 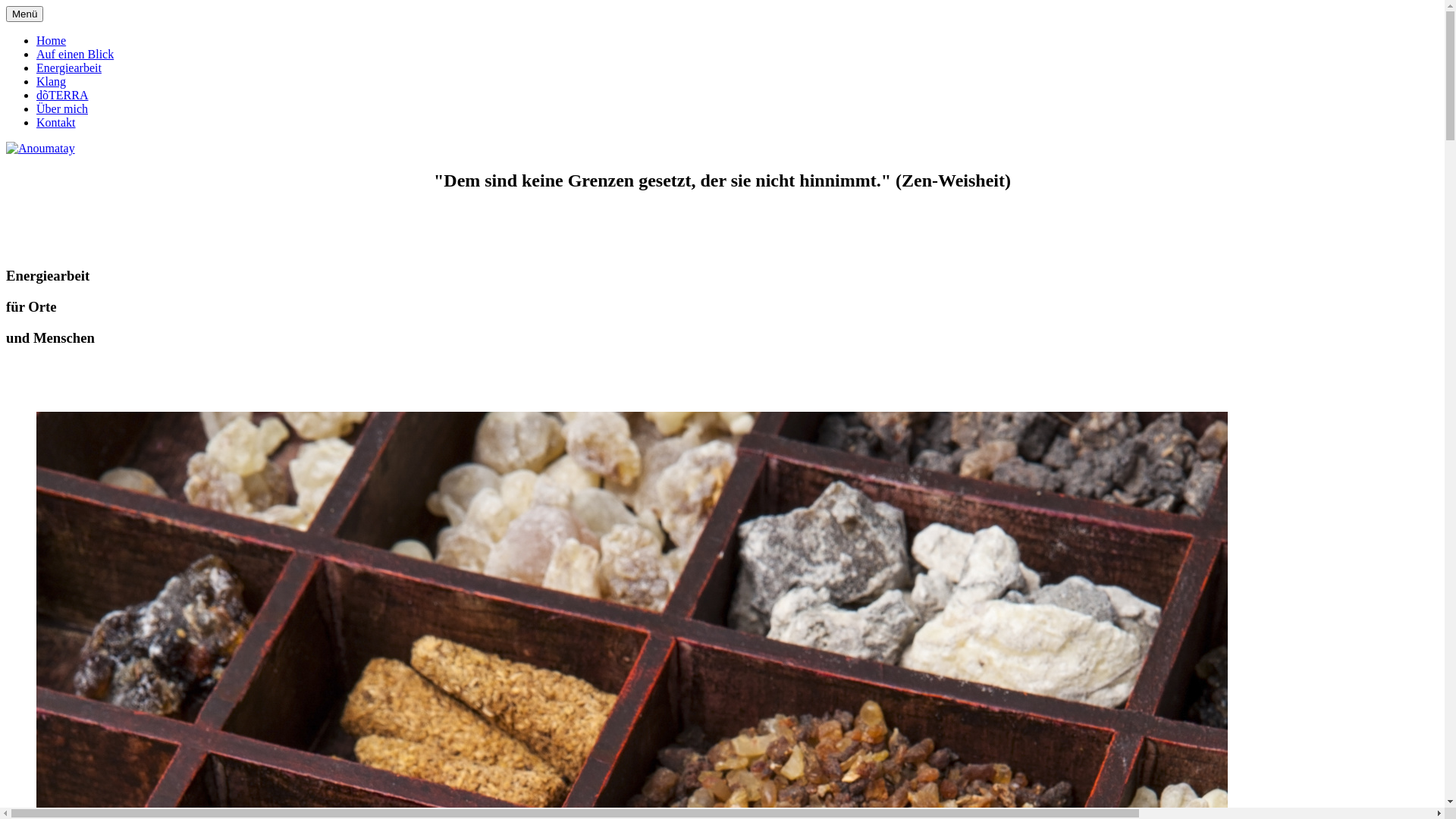 What do you see at coordinates (51, 39) in the screenshot?
I see `'Home'` at bounding box center [51, 39].